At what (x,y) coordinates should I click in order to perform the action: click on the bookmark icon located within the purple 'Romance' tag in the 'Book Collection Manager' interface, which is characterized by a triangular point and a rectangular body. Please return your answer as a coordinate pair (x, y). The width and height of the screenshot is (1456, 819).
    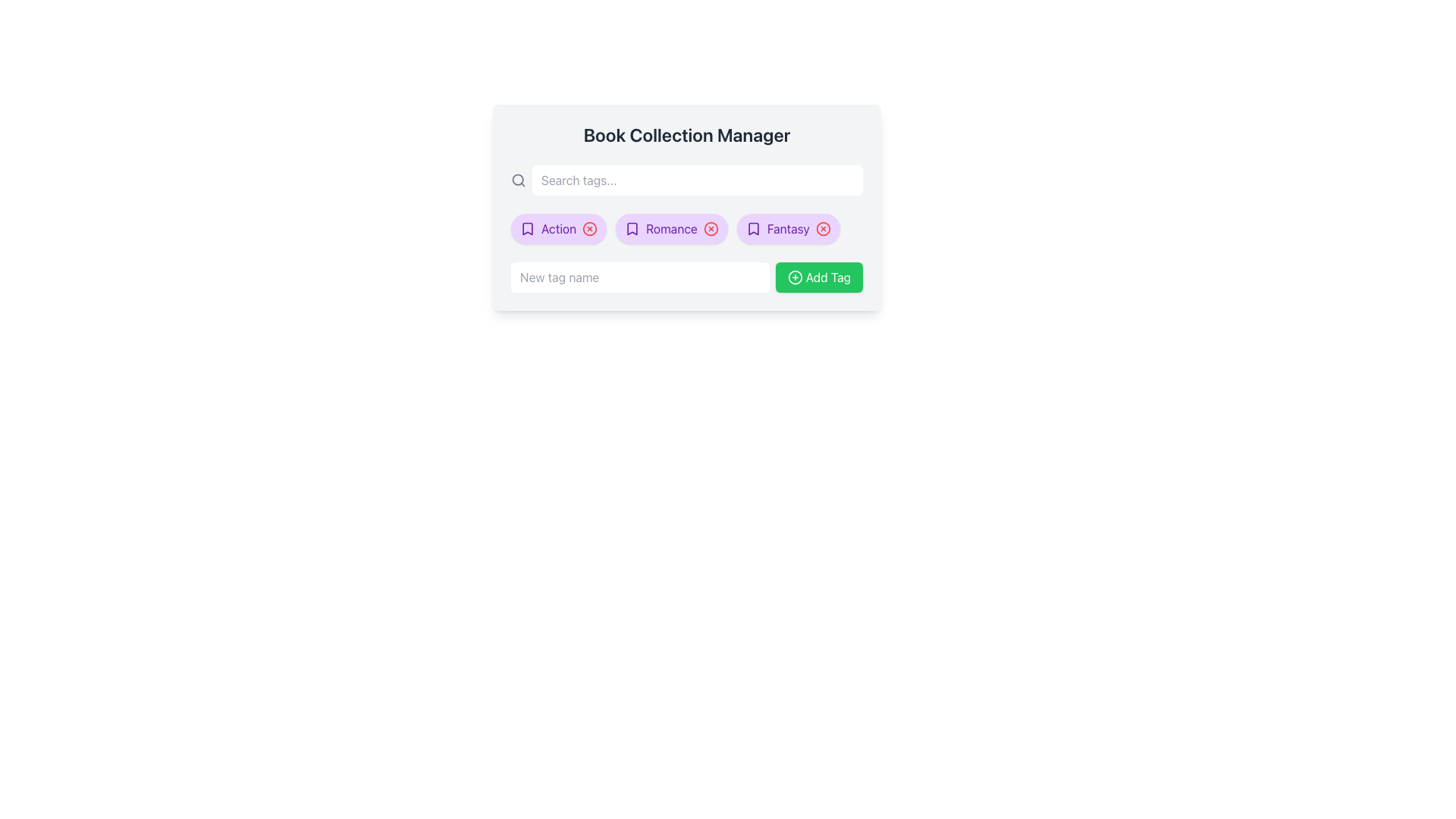
    Looking at the image, I should click on (632, 228).